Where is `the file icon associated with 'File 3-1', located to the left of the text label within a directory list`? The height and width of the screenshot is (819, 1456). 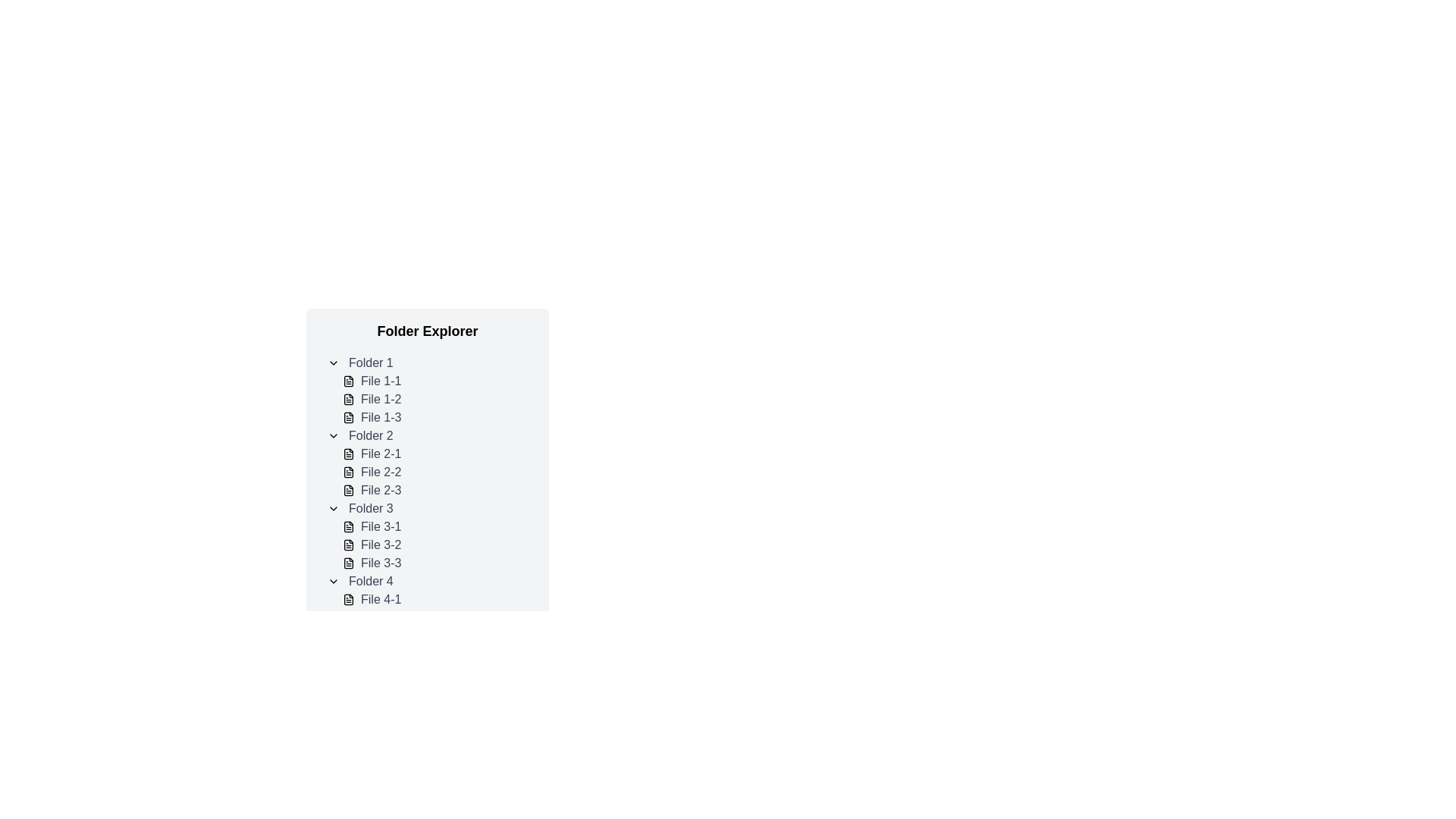
the file icon associated with 'File 3-1', located to the left of the text label within a directory list is located at coordinates (348, 526).